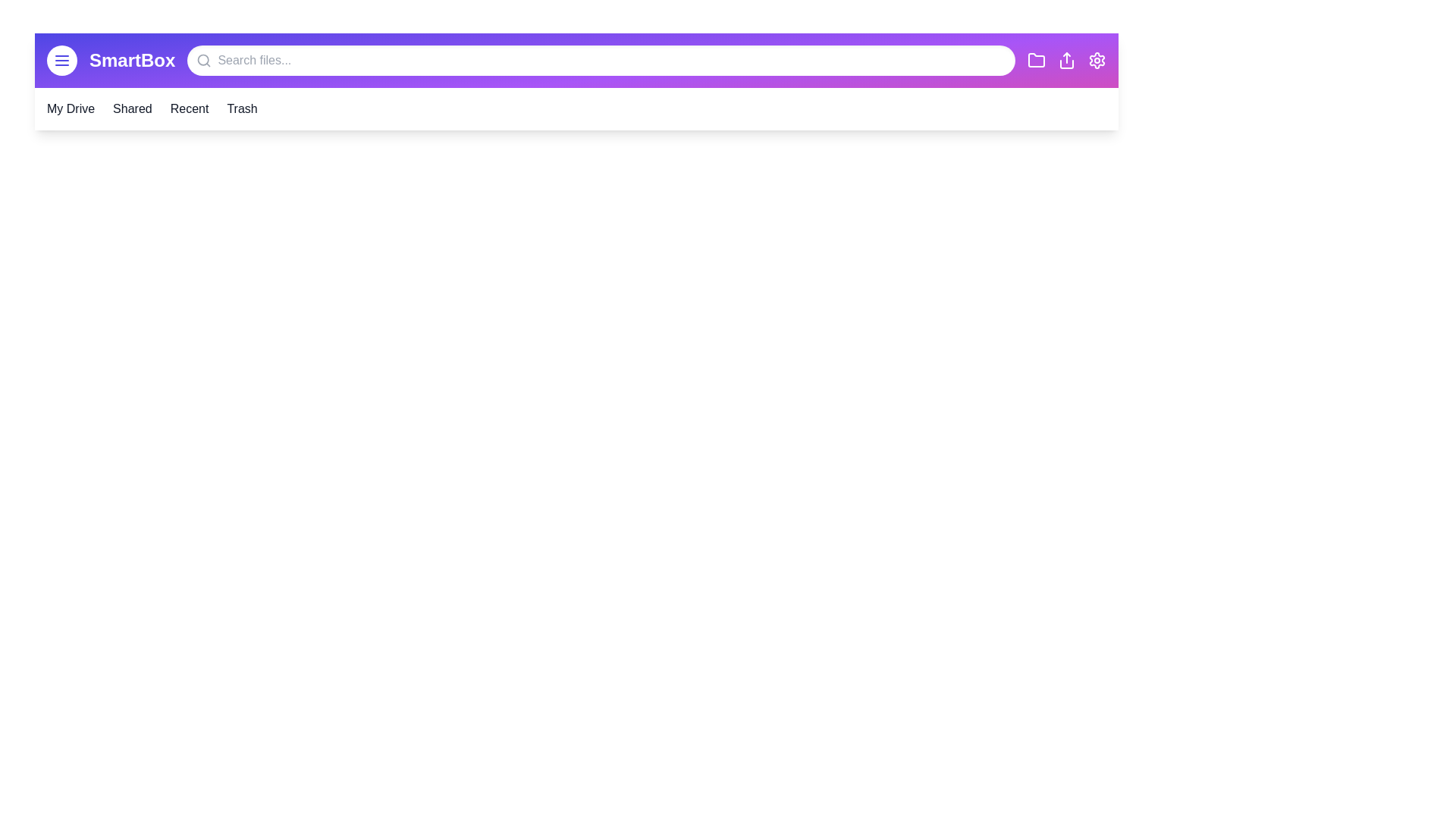 This screenshot has width=1456, height=819. What do you see at coordinates (61, 60) in the screenshot?
I see `the menu button to toggle the menu expansion` at bounding box center [61, 60].